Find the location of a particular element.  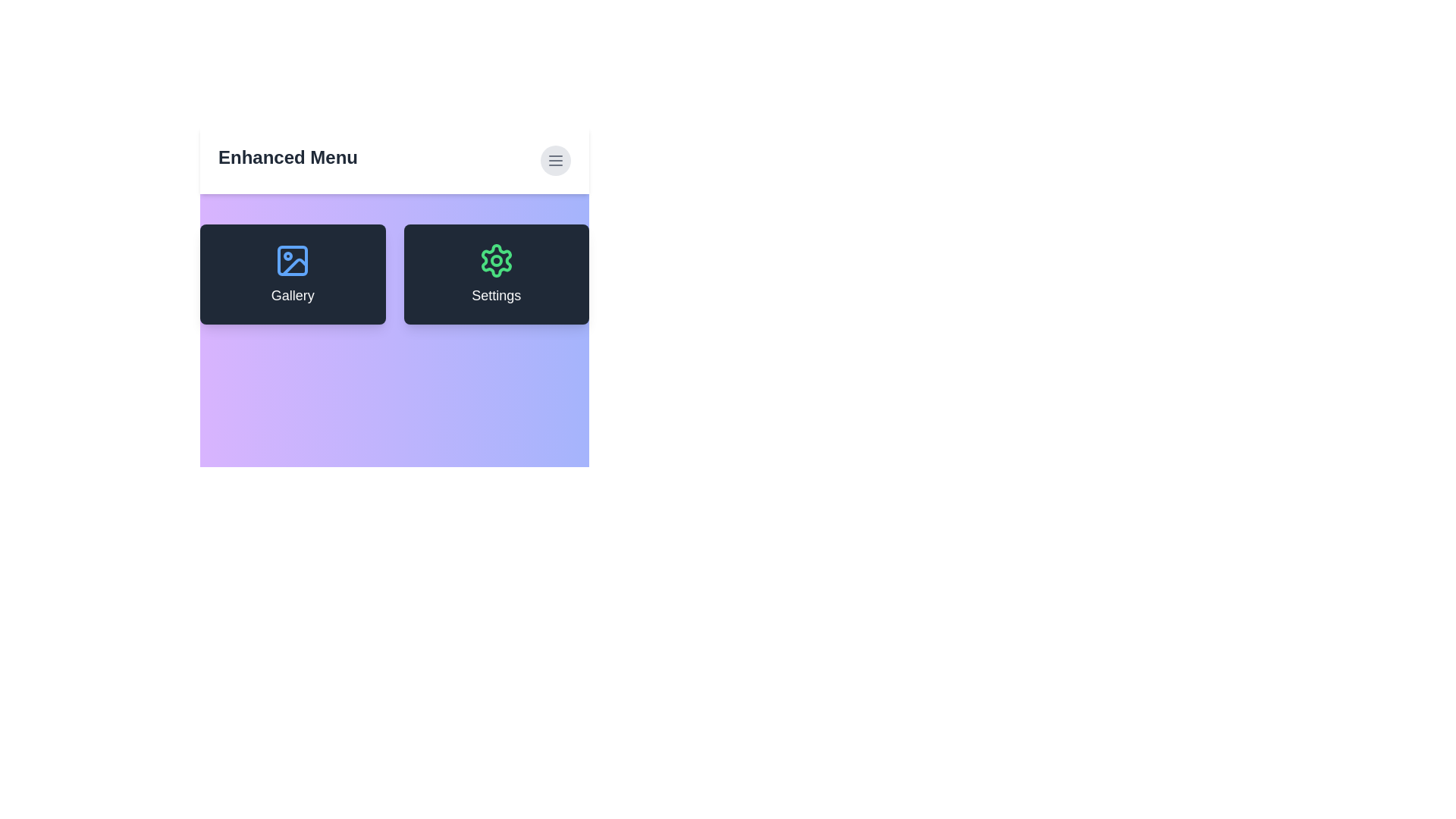

the menu button to toggle the menu visibility is located at coordinates (555, 161).